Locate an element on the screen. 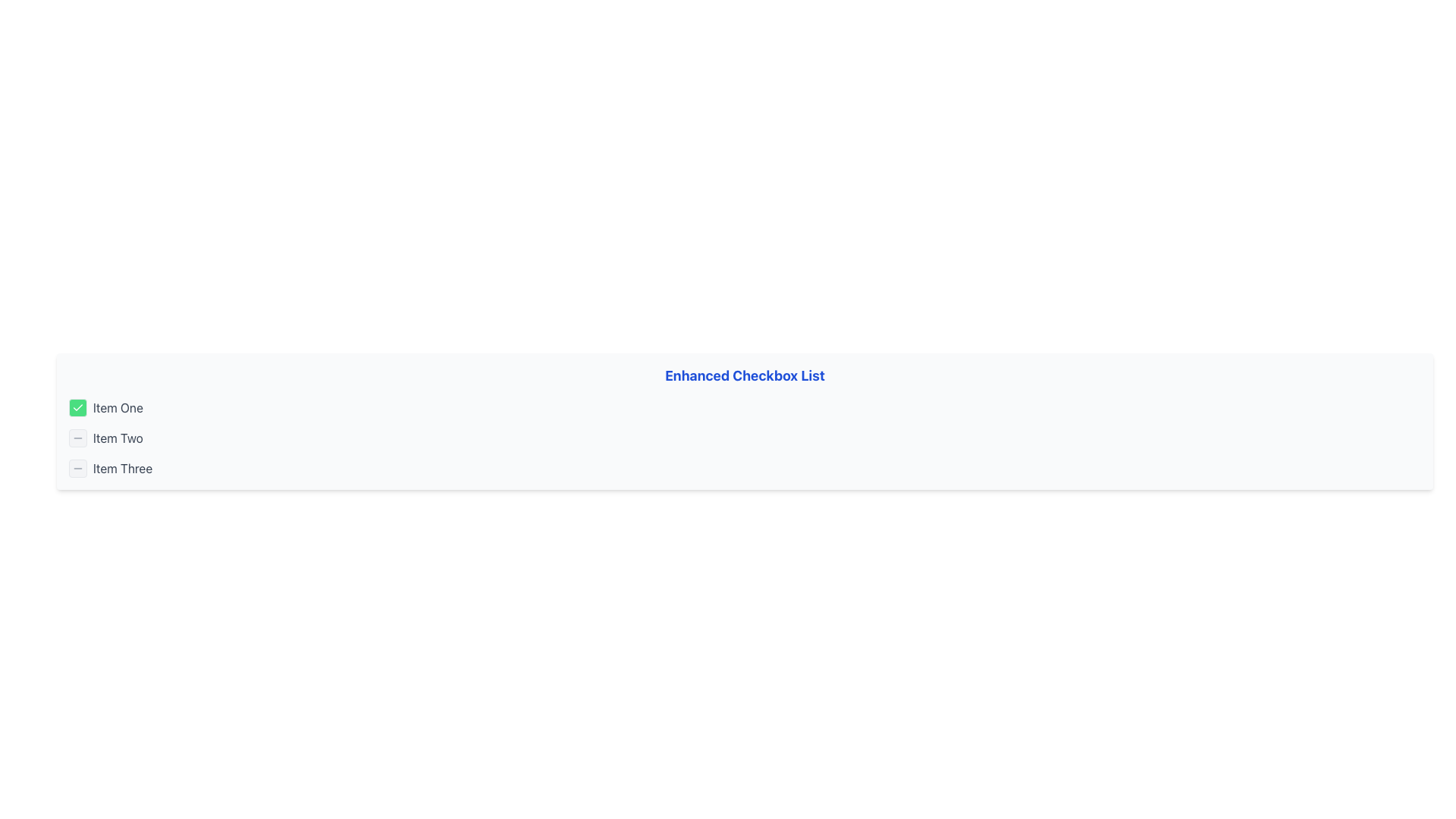 Image resolution: width=1456 pixels, height=819 pixels. the text label associated with the first item in the checklist, positioned immediately to the right of the green checkbox icon is located at coordinates (117, 406).